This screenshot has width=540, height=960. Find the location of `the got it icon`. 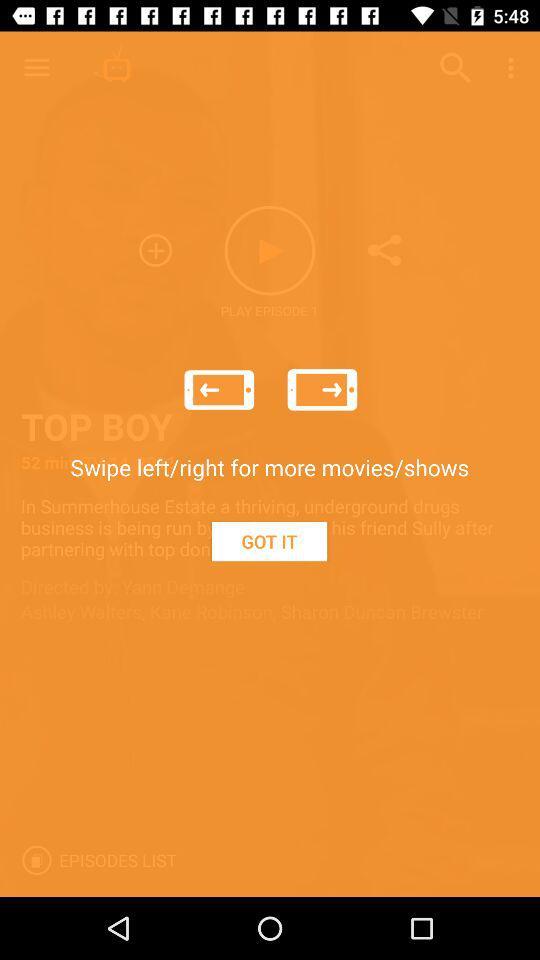

the got it icon is located at coordinates (269, 541).